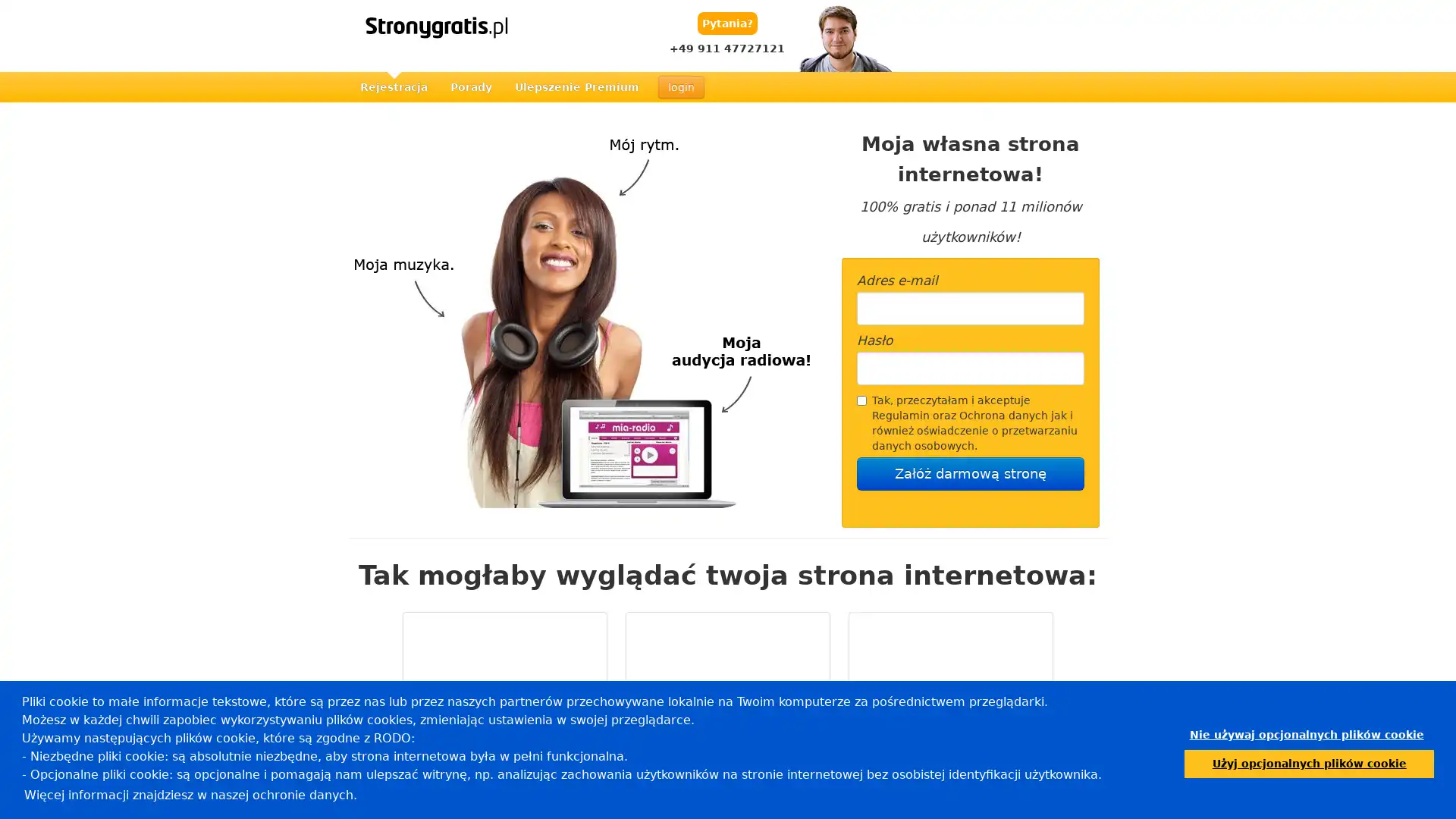 This screenshot has width=1456, height=819. Describe the element at coordinates (971, 472) in the screenshot. I see `Zaoz darmowa strone` at that location.